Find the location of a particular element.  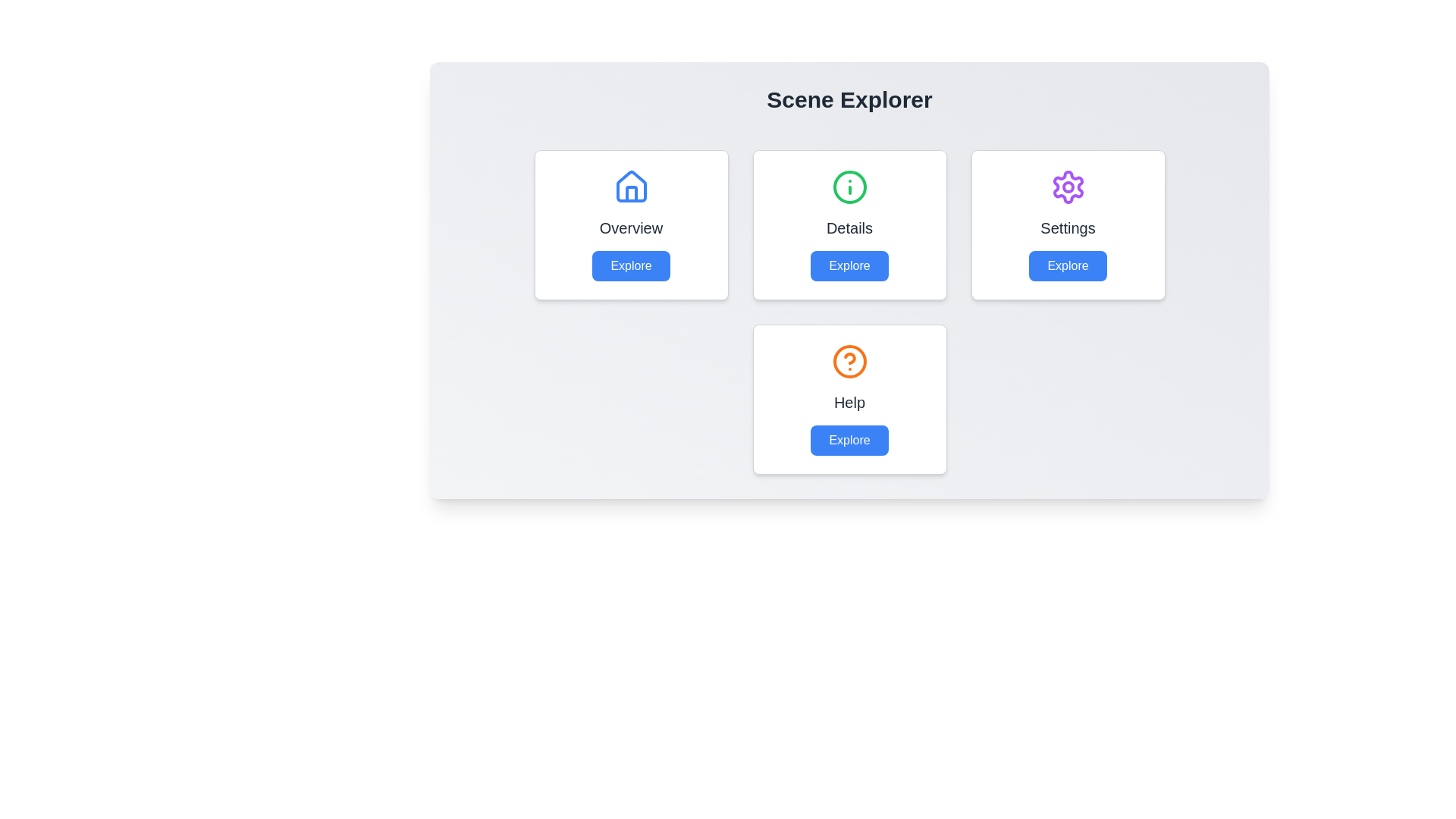

the 'Settings' text label, which is displayed in medium gray font beneath a purple cogwheel icon in the top-right card layout is located at coordinates (1067, 227).